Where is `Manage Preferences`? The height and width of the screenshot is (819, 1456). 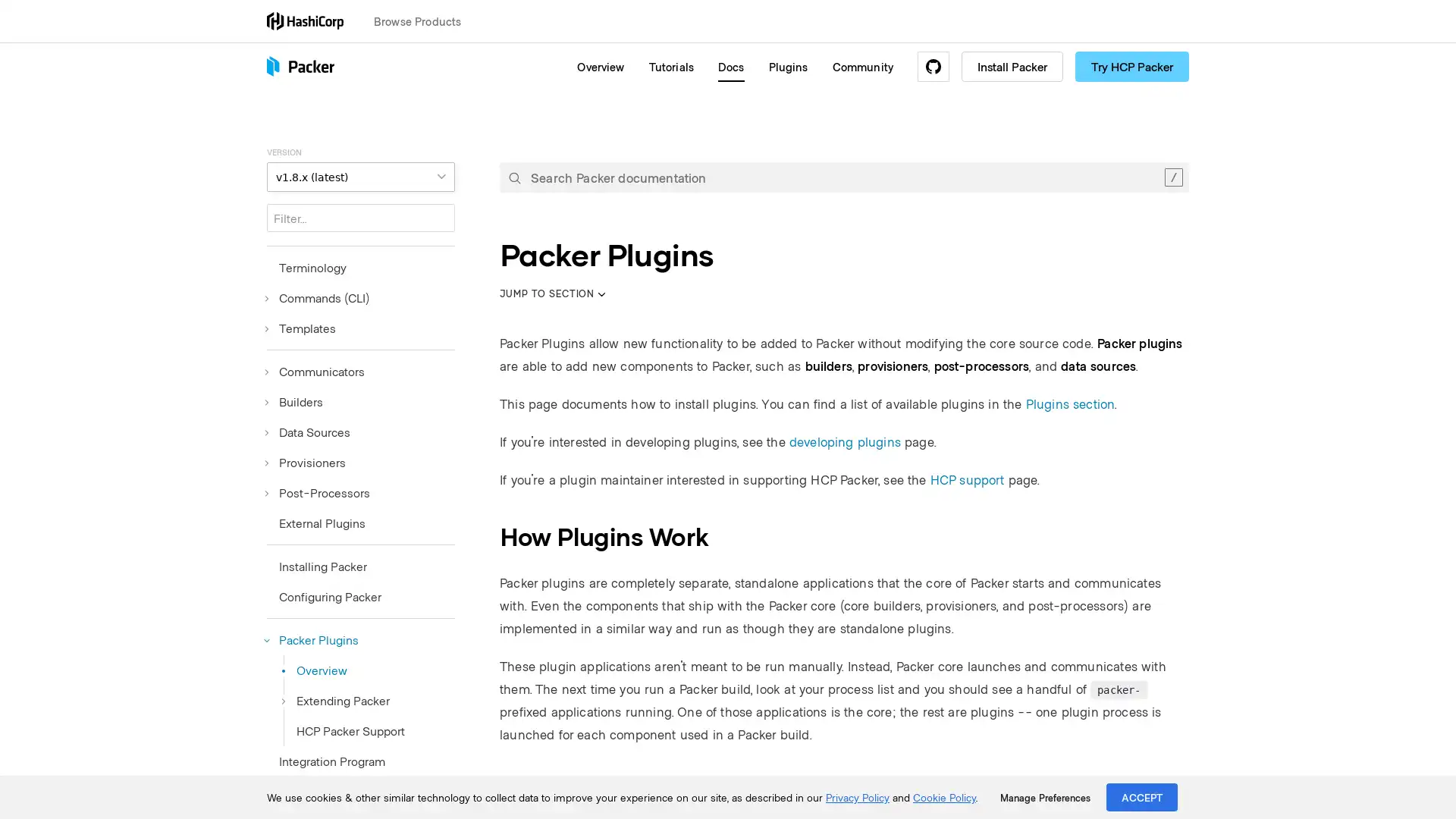
Manage Preferences is located at coordinates (1044, 797).